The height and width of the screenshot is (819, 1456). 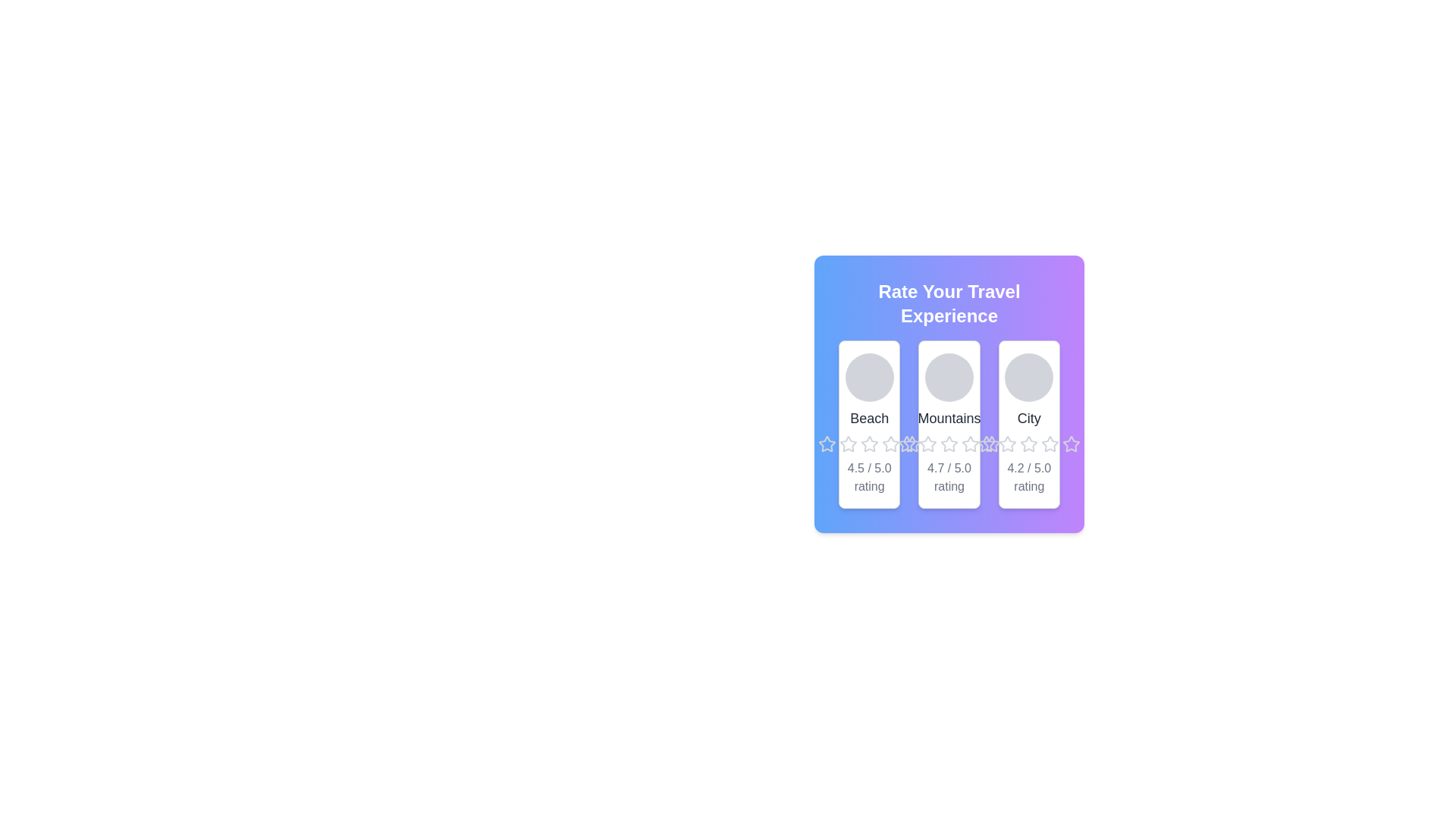 I want to click on the fourth star icon in the rating scale under the 'Beach' rating card, so click(x=869, y=444).